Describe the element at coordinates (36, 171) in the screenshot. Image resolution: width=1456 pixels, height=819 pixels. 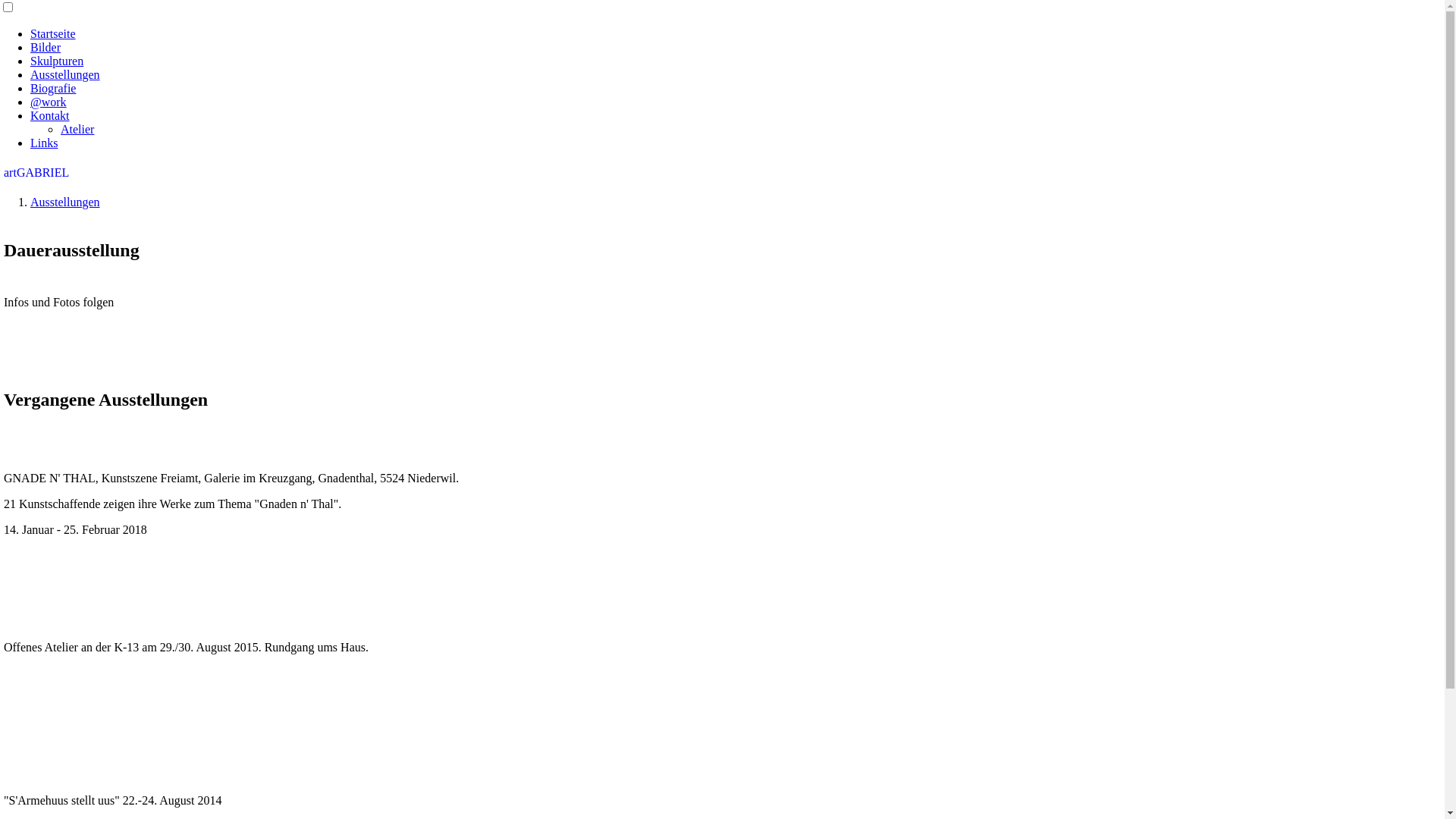
I see `'artGABRIEL'` at that location.